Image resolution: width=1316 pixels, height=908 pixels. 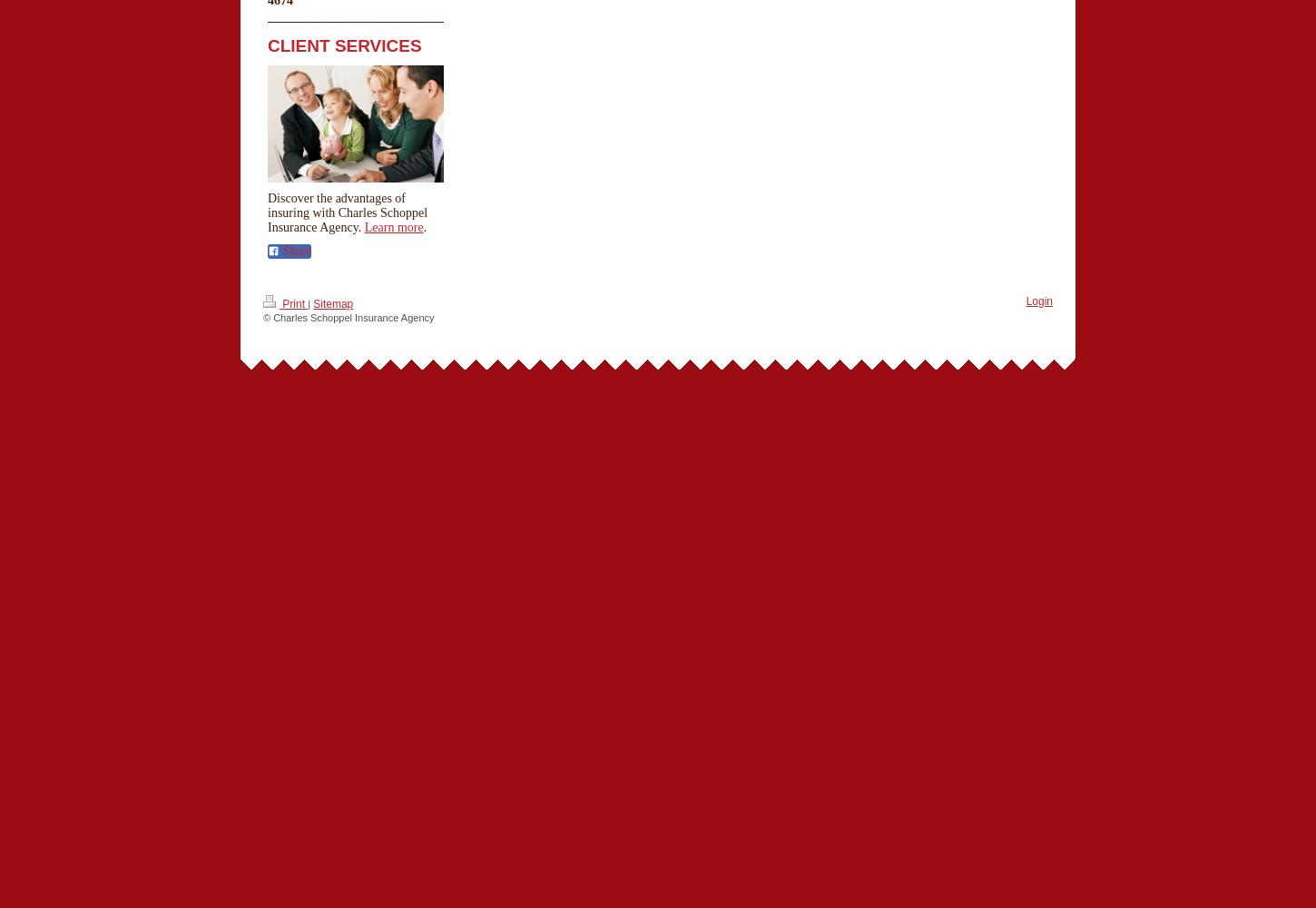 What do you see at coordinates (295, 250) in the screenshot?
I see `'Share'` at bounding box center [295, 250].